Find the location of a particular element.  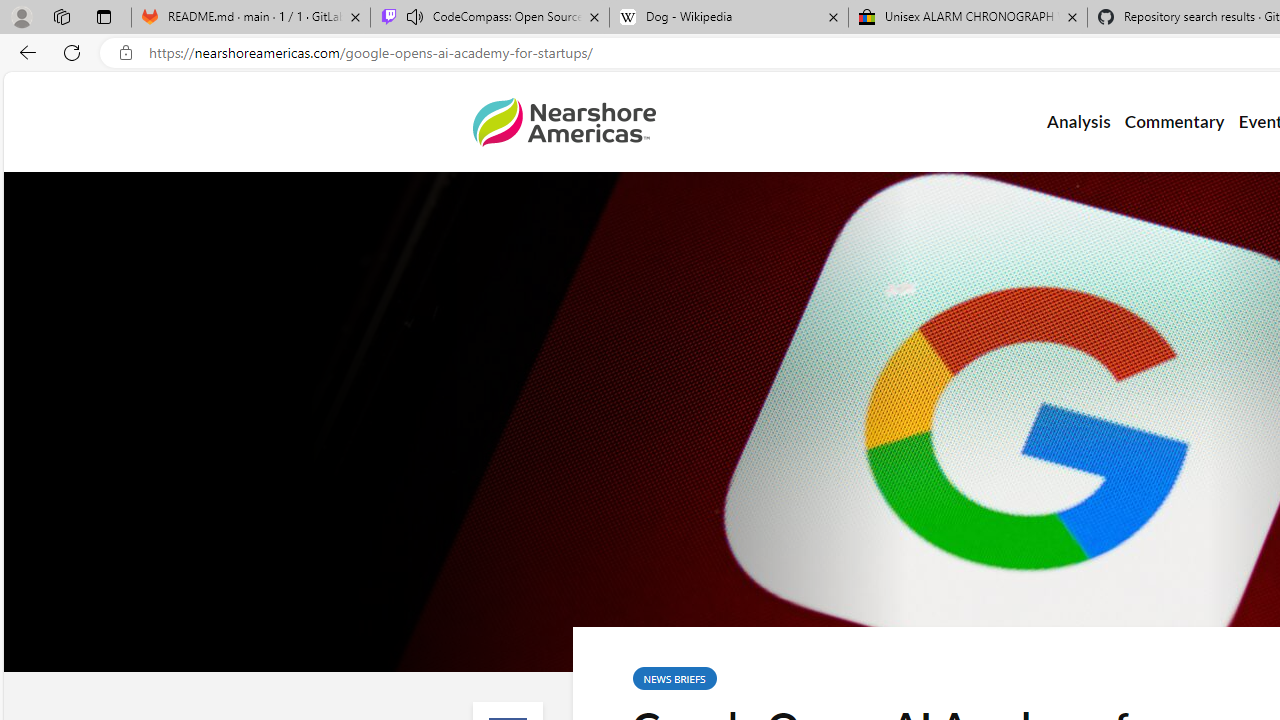

'Dog - Wikipedia' is located at coordinates (728, 17).